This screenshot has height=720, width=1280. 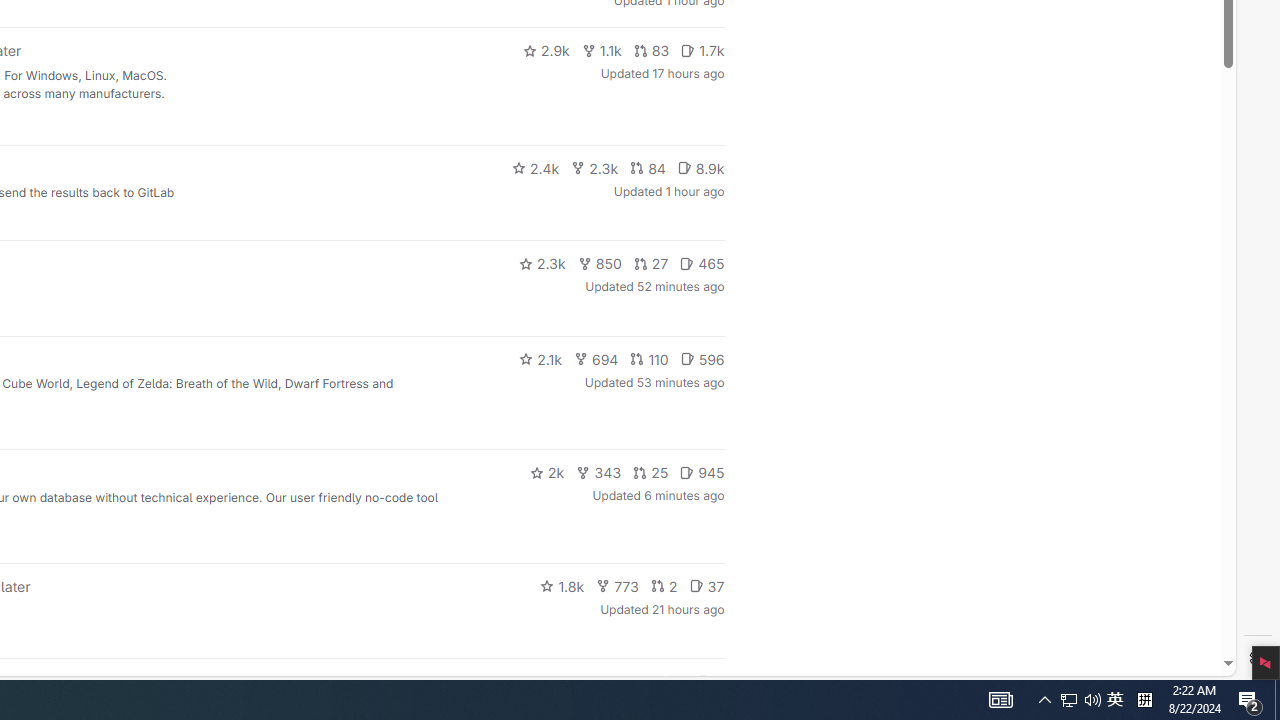 What do you see at coordinates (546, 473) in the screenshot?
I see `'2k'` at bounding box center [546, 473].